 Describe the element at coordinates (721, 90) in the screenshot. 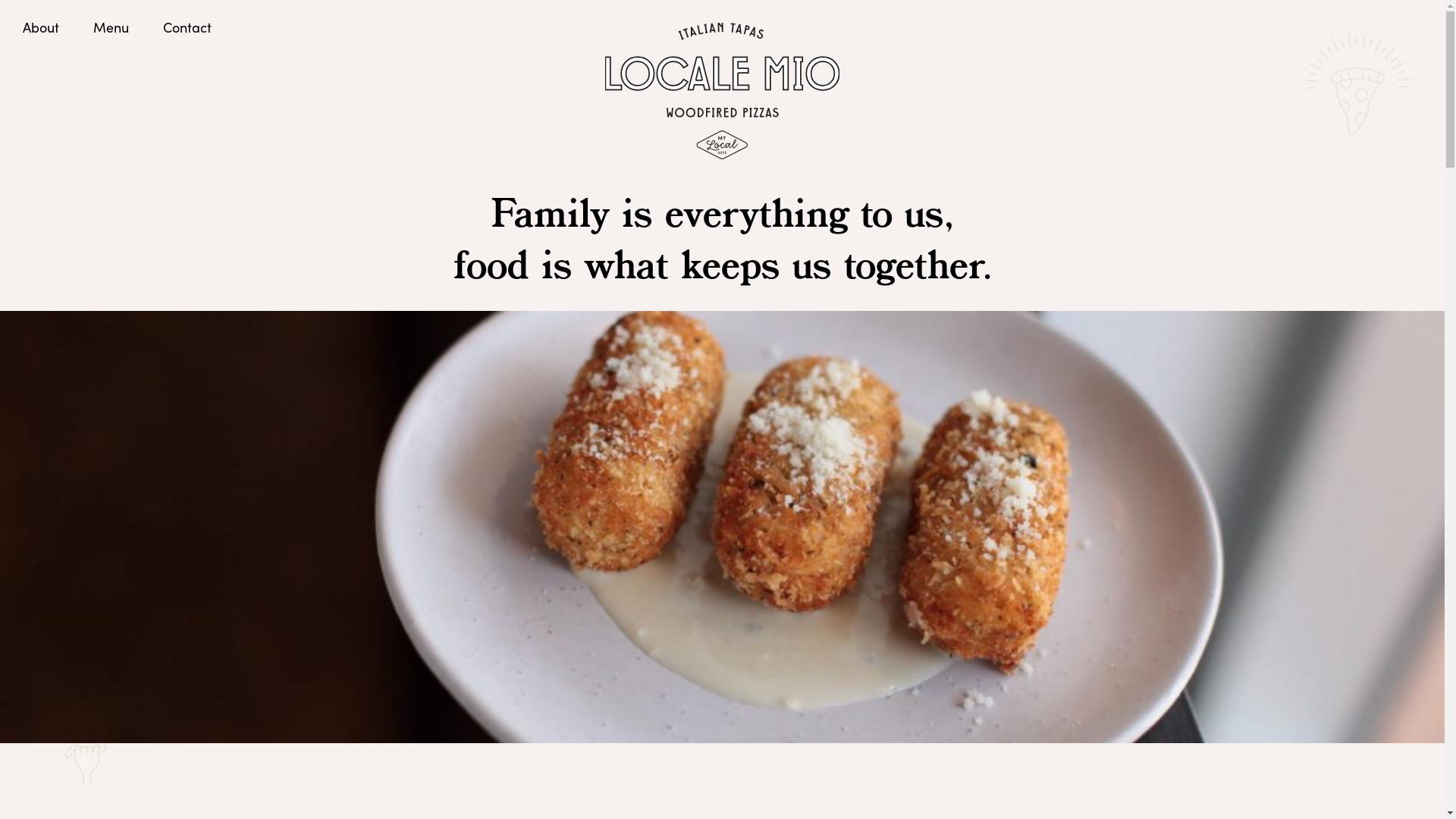

I see `'Locale Mio'` at that location.